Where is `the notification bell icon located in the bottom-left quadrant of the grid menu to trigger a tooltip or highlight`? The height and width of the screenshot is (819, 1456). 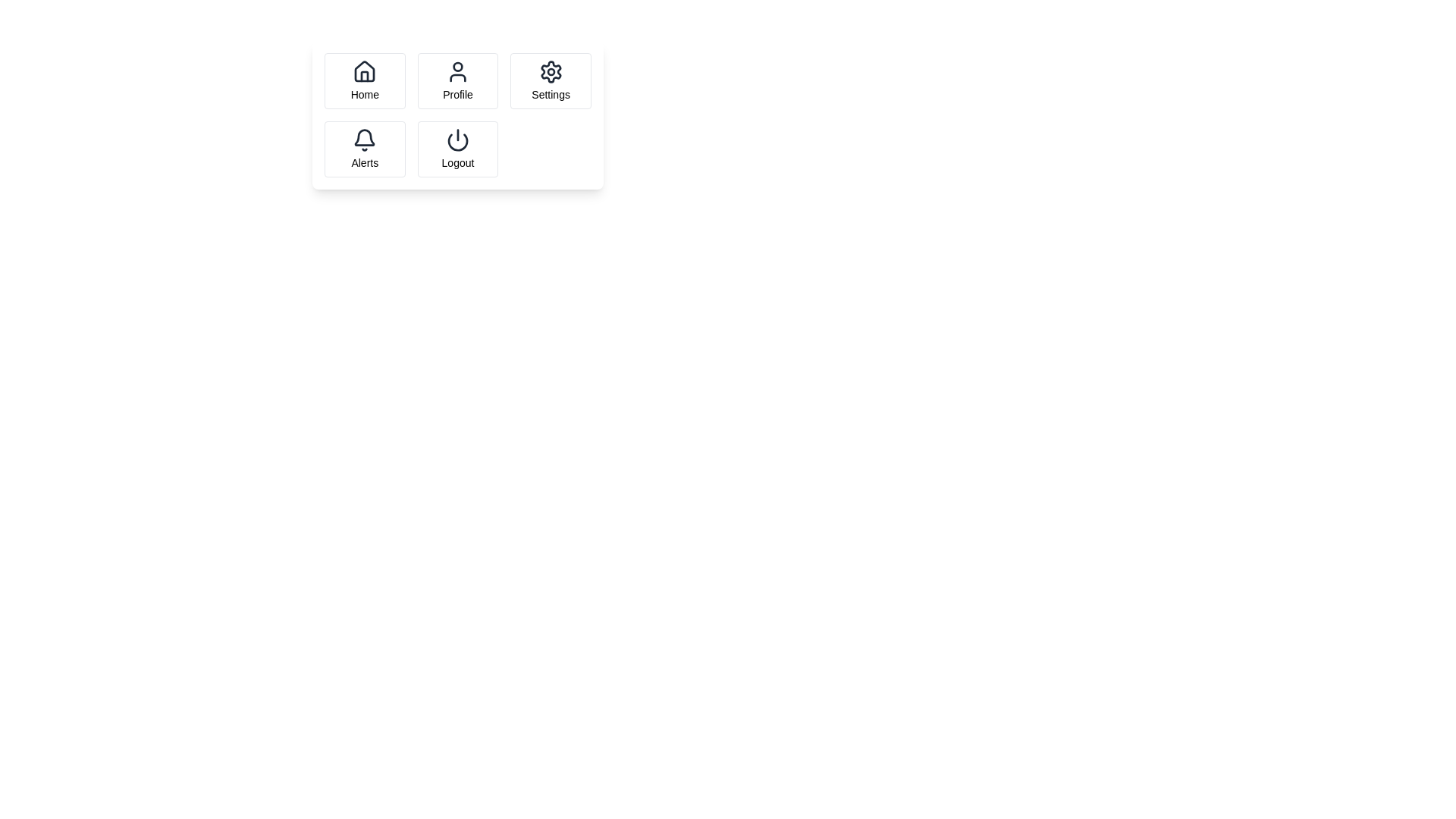
the notification bell icon located in the bottom-left quadrant of the grid menu to trigger a tooltip or highlight is located at coordinates (365, 137).